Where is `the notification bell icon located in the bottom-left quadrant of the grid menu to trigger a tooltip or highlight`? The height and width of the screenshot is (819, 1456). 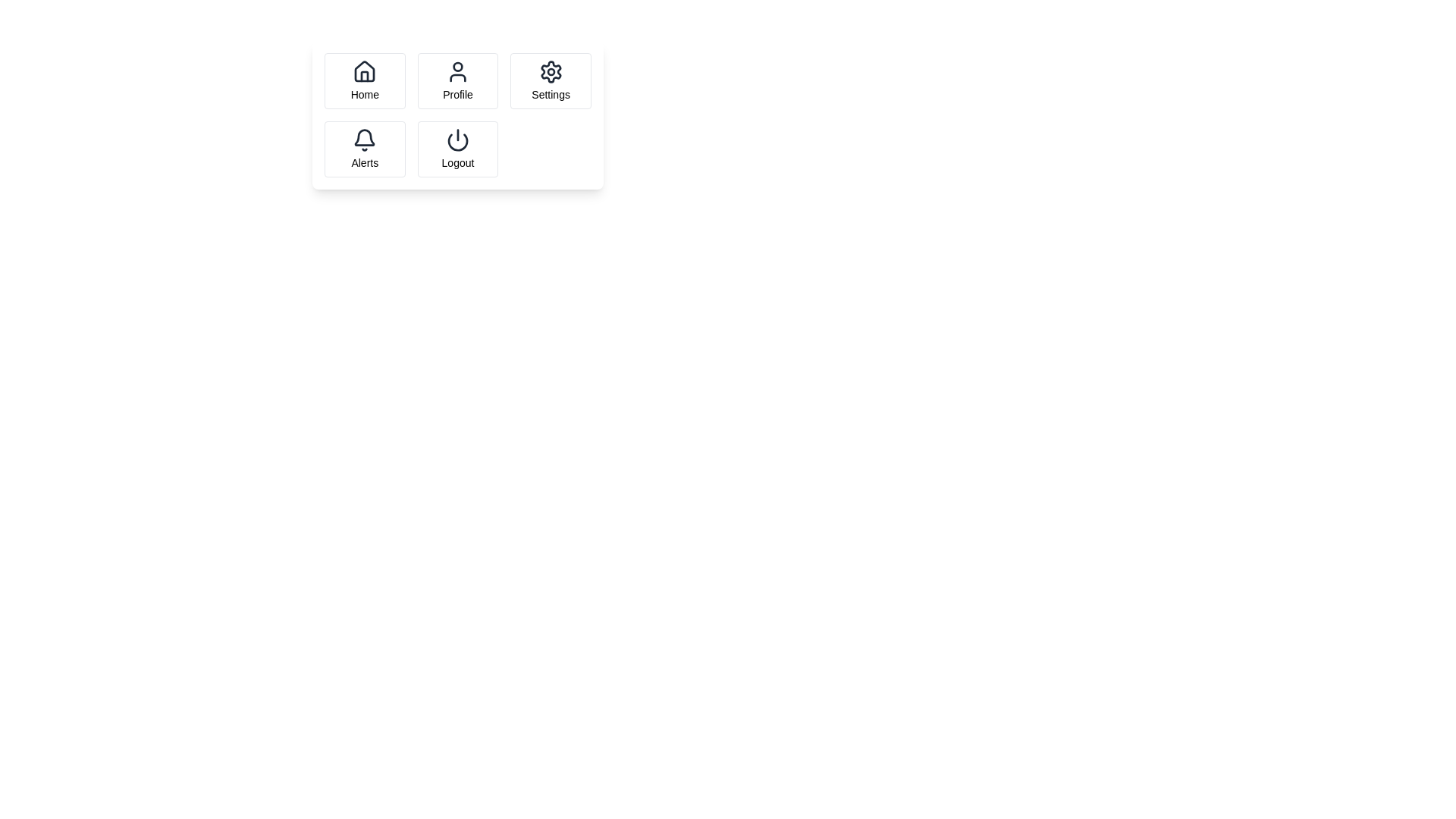
the notification bell icon located in the bottom-left quadrant of the grid menu to trigger a tooltip or highlight is located at coordinates (365, 137).